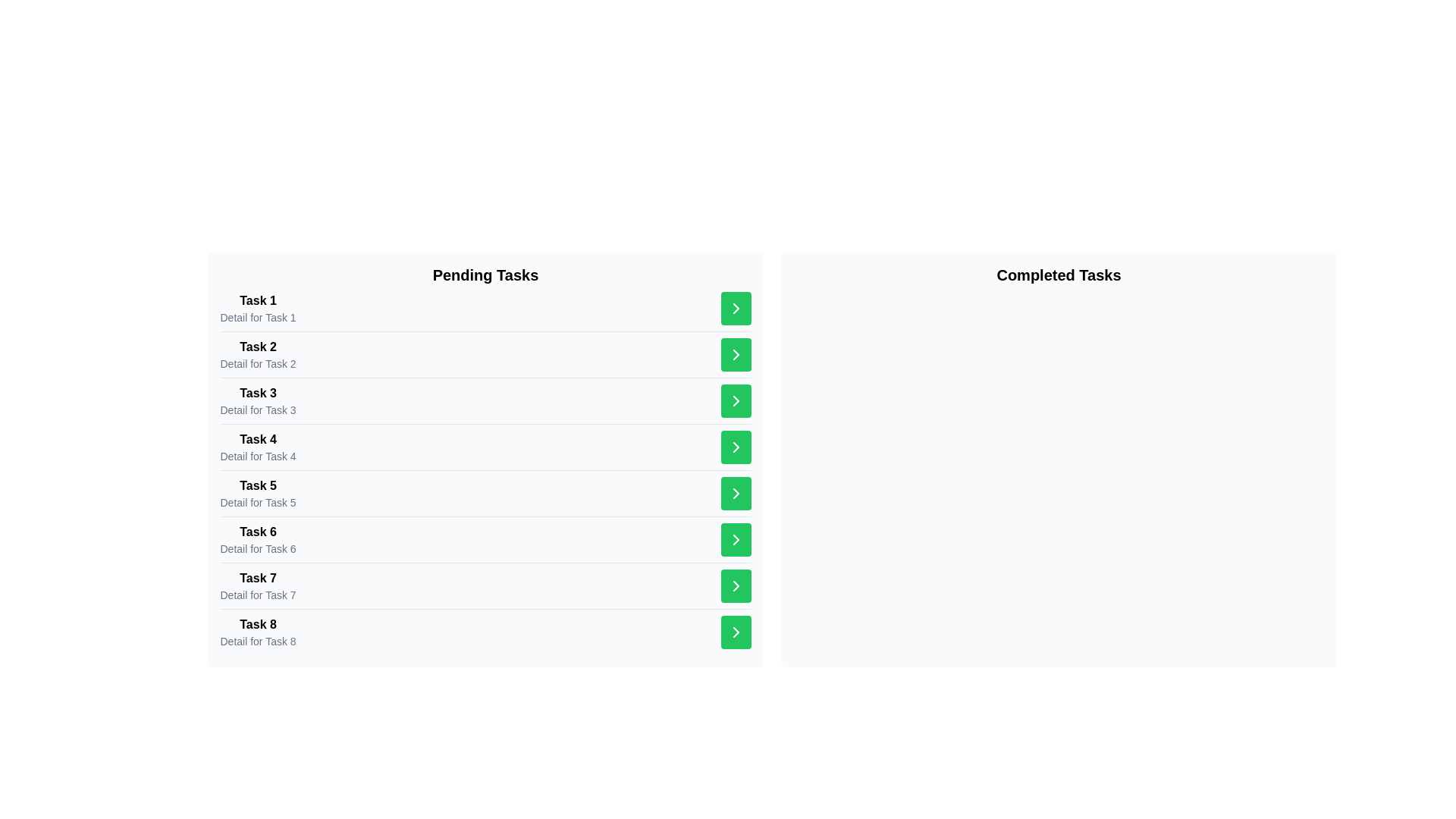 This screenshot has width=1456, height=819. Describe the element at coordinates (736, 494) in the screenshot. I see `the rightward-pointing chevron icon within the green circular button associated with 'Task 6'` at that location.